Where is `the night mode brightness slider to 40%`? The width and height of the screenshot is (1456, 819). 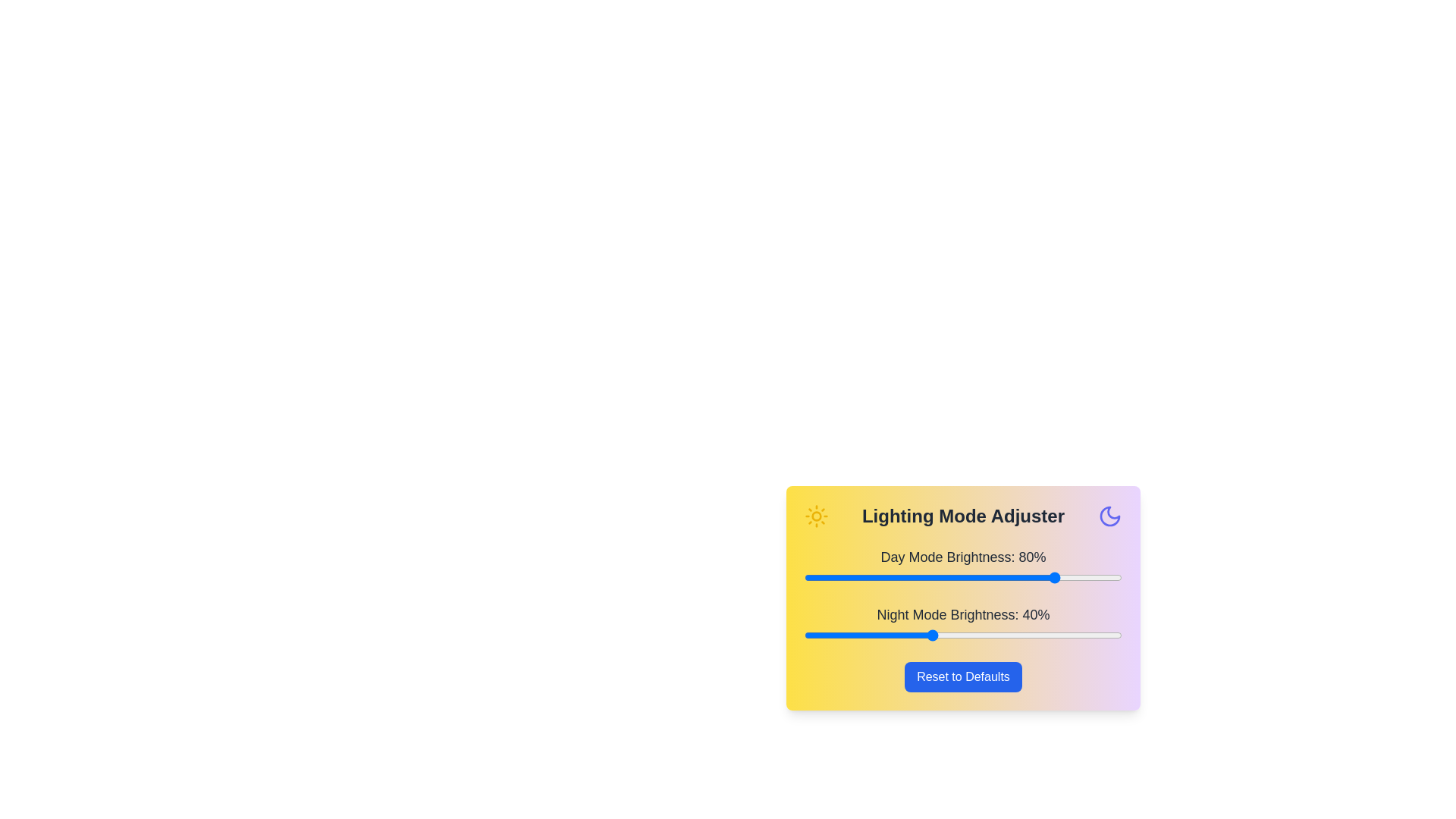
the night mode brightness slider to 40% is located at coordinates (930, 635).